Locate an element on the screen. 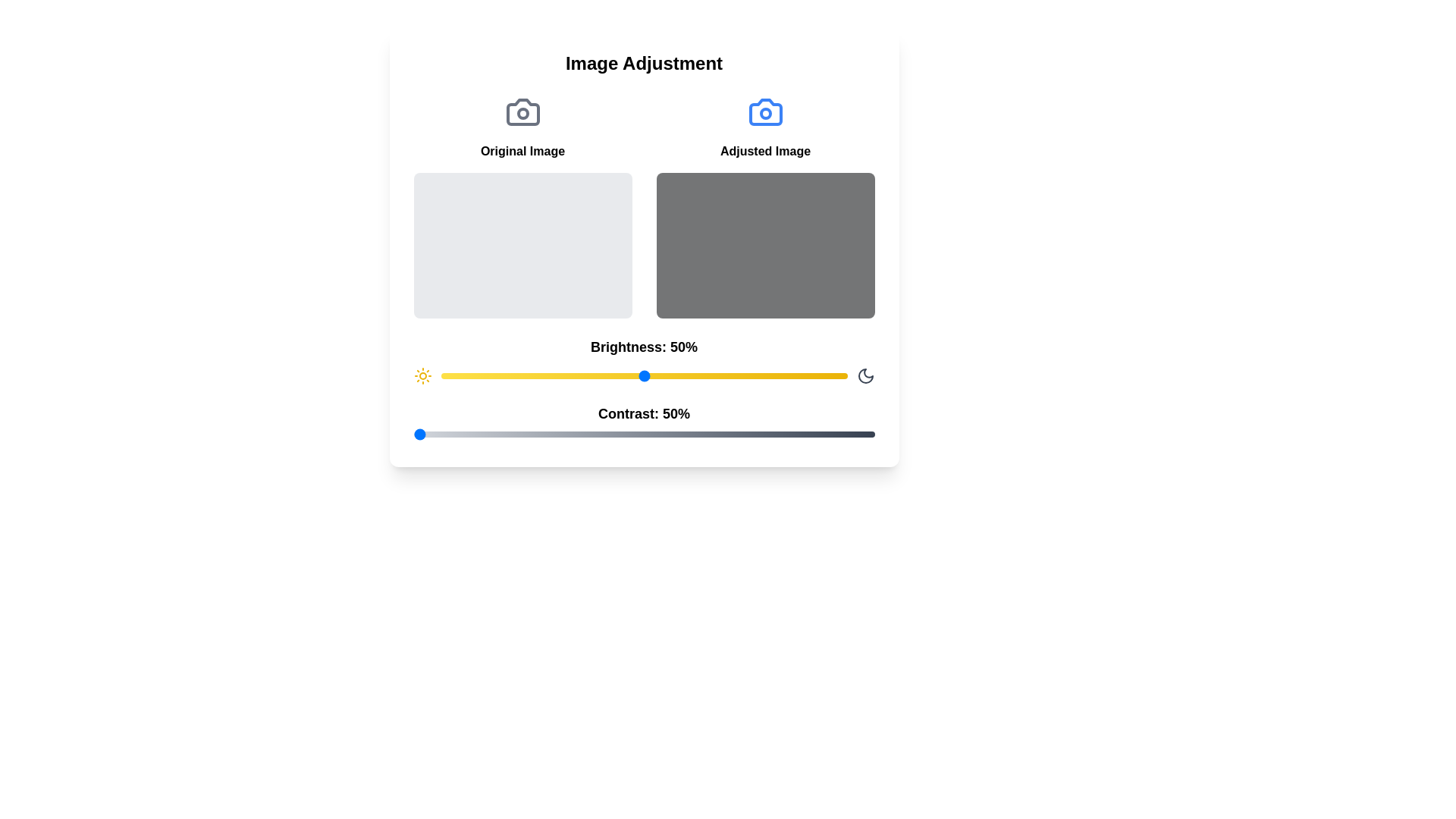 This screenshot has height=819, width=1456. the contrast is located at coordinates (519, 435).